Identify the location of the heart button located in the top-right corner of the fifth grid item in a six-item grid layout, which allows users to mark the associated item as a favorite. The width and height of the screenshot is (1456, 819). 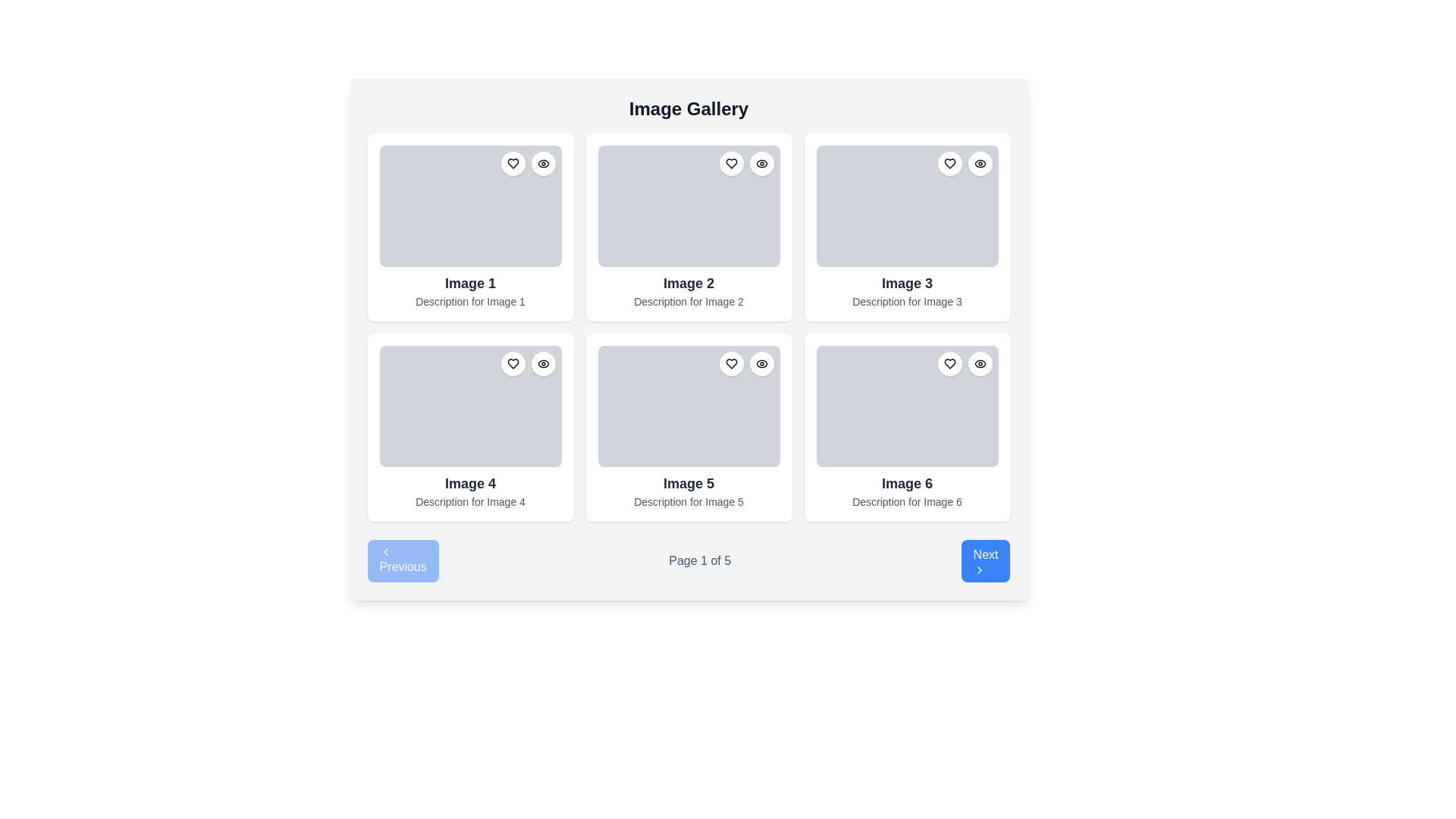
(746, 363).